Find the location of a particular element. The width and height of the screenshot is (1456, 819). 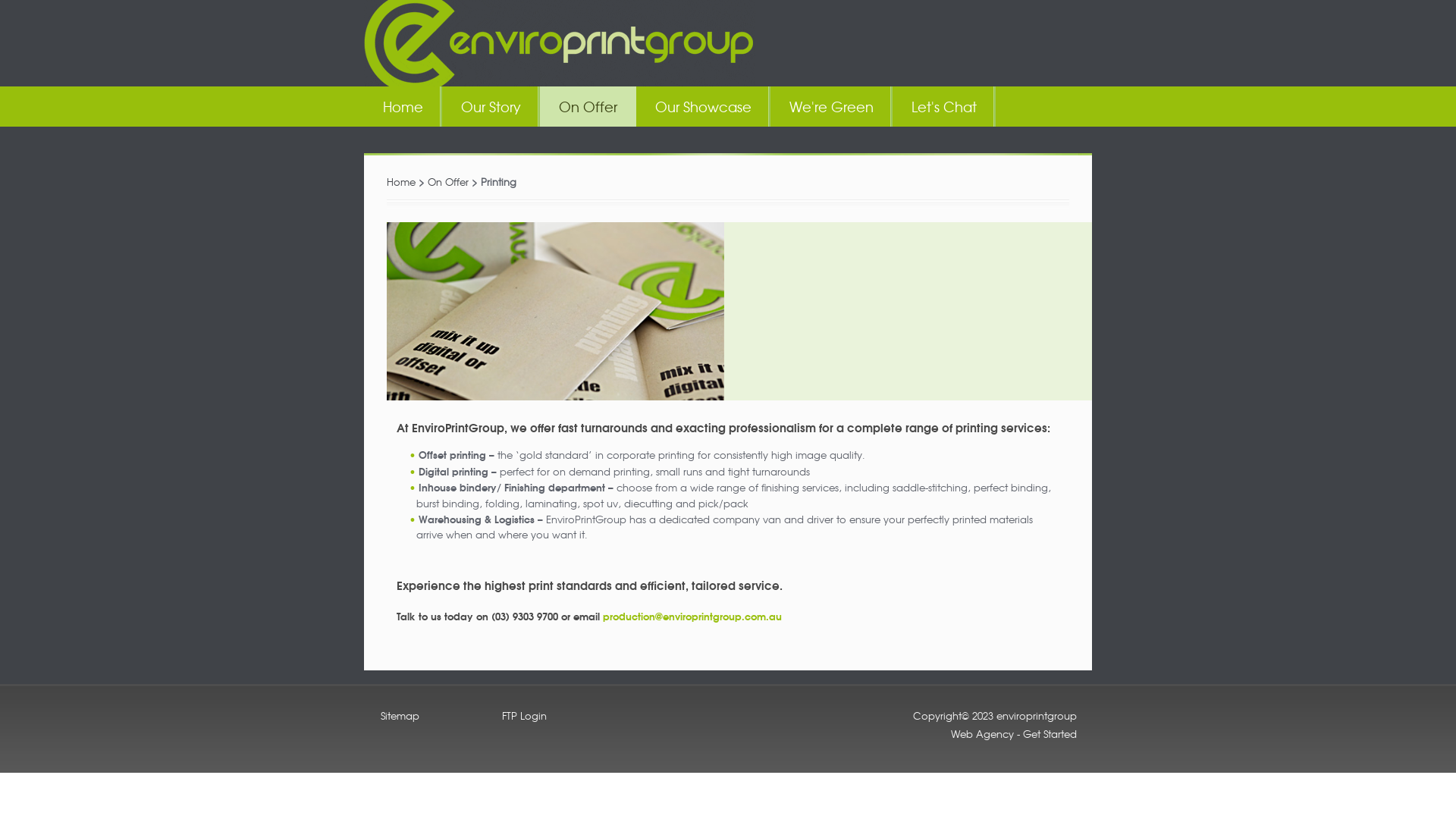

'We're Green' is located at coordinates (830, 105).